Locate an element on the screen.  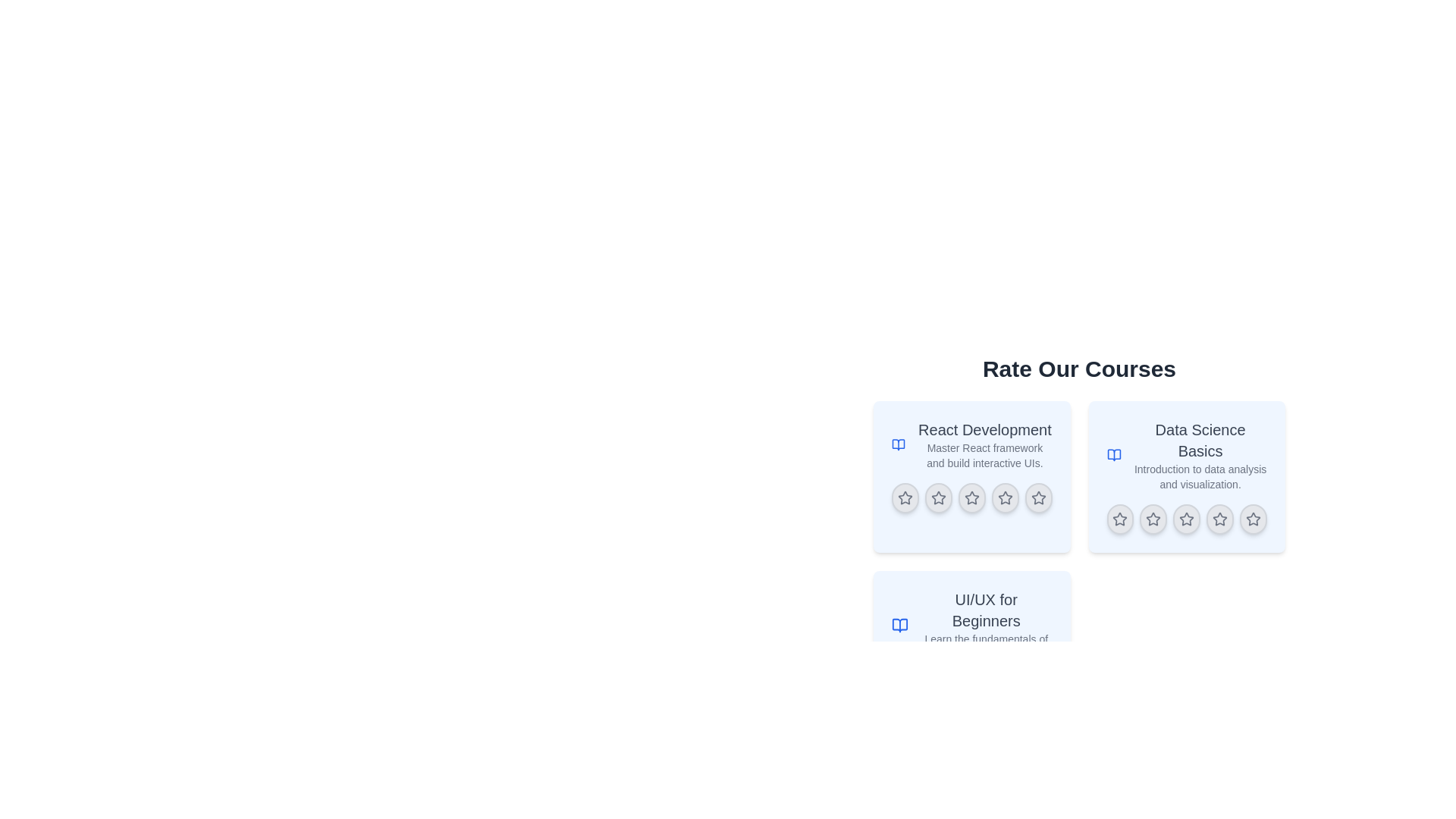
the star rating button located in the second rating row under the 'Data Science Basics' section is located at coordinates (1120, 519).